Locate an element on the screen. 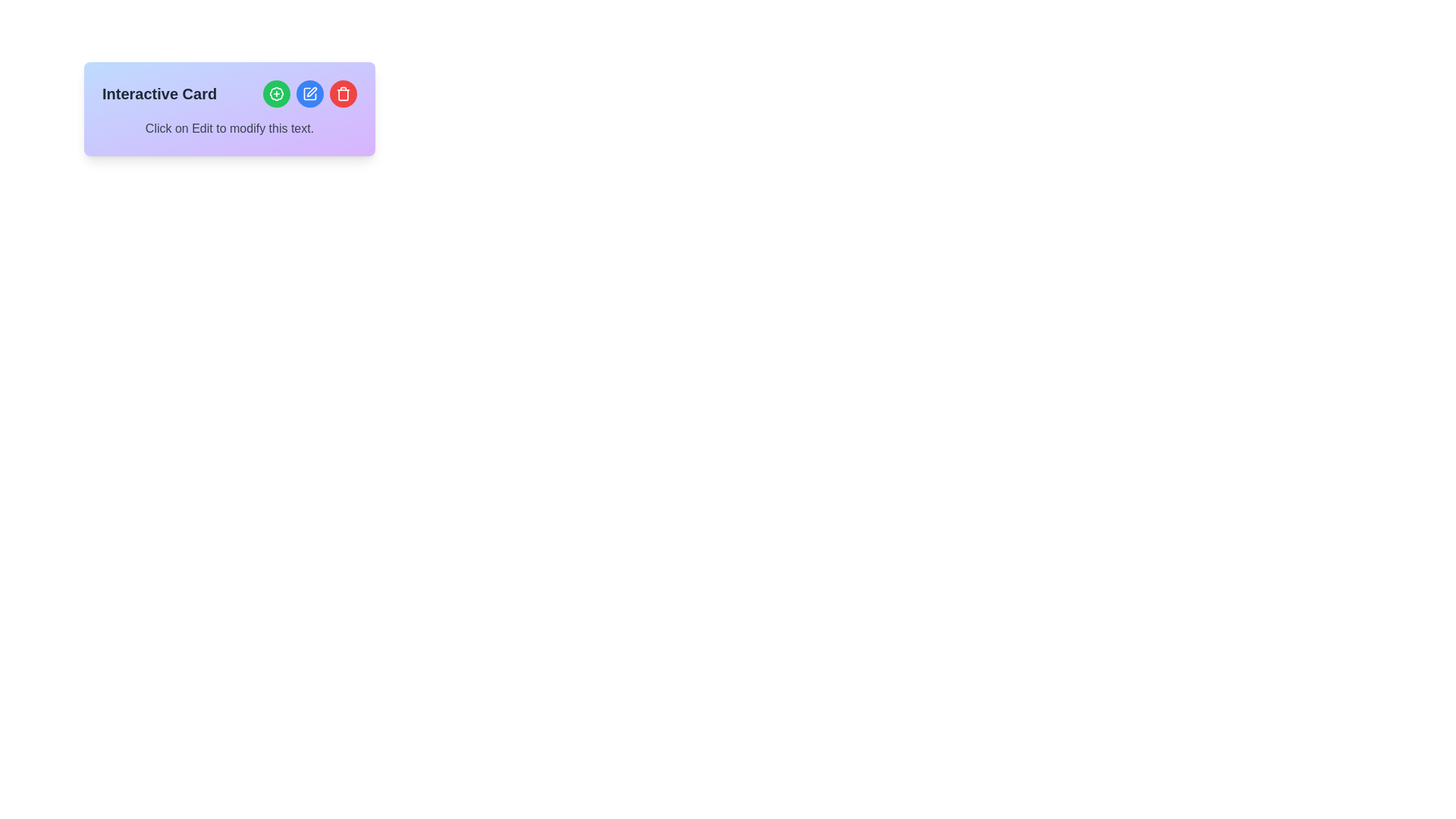  the green circular button with an interlocking circles icon, the first button from the left in a horizontal row of three buttons at the top-right corner of the card interface is located at coordinates (276, 93).